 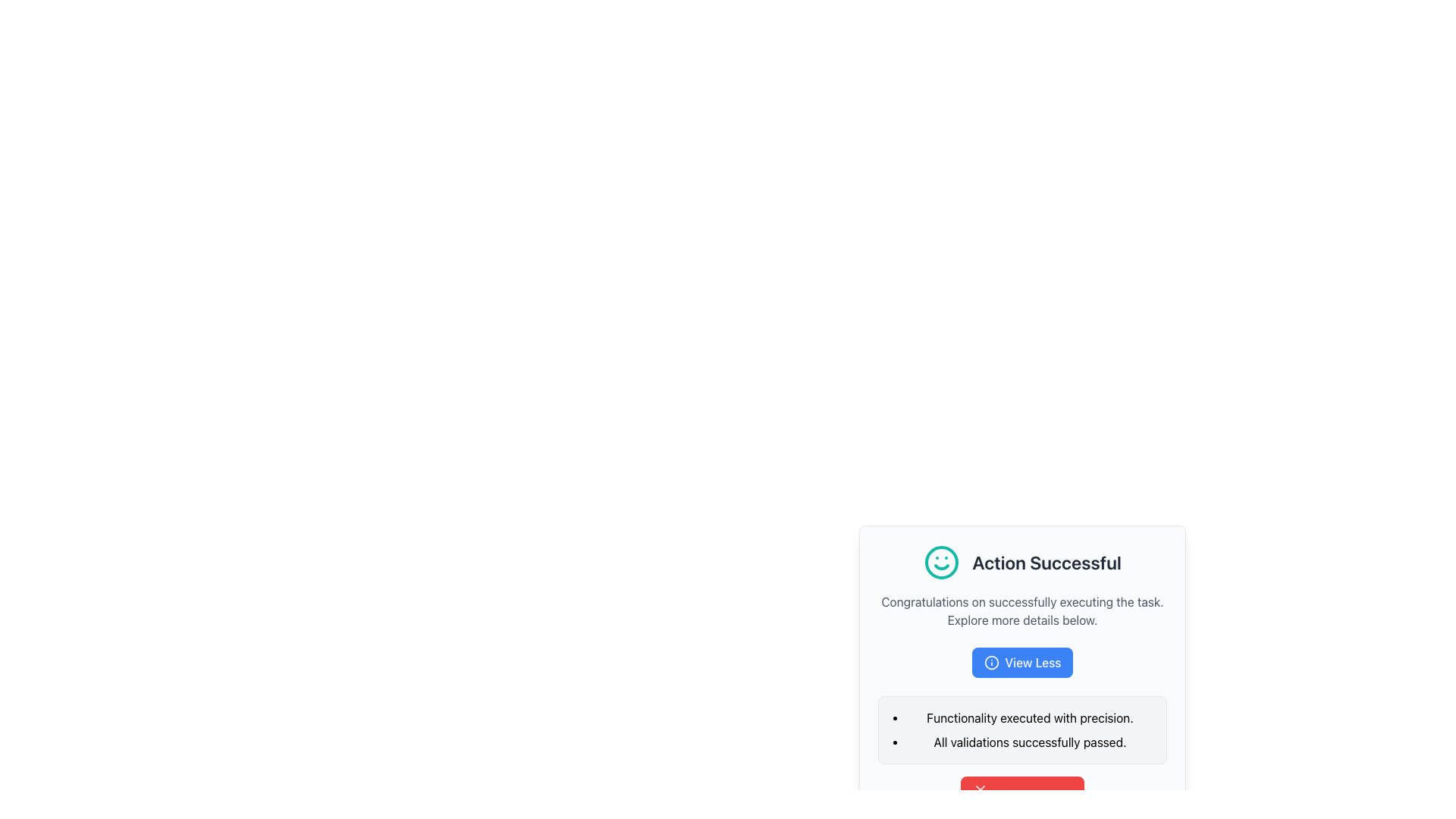 I want to click on the confirmation text element located below the 'Action Successful' title and above the 'View Less' button, so click(x=1022, y=610).